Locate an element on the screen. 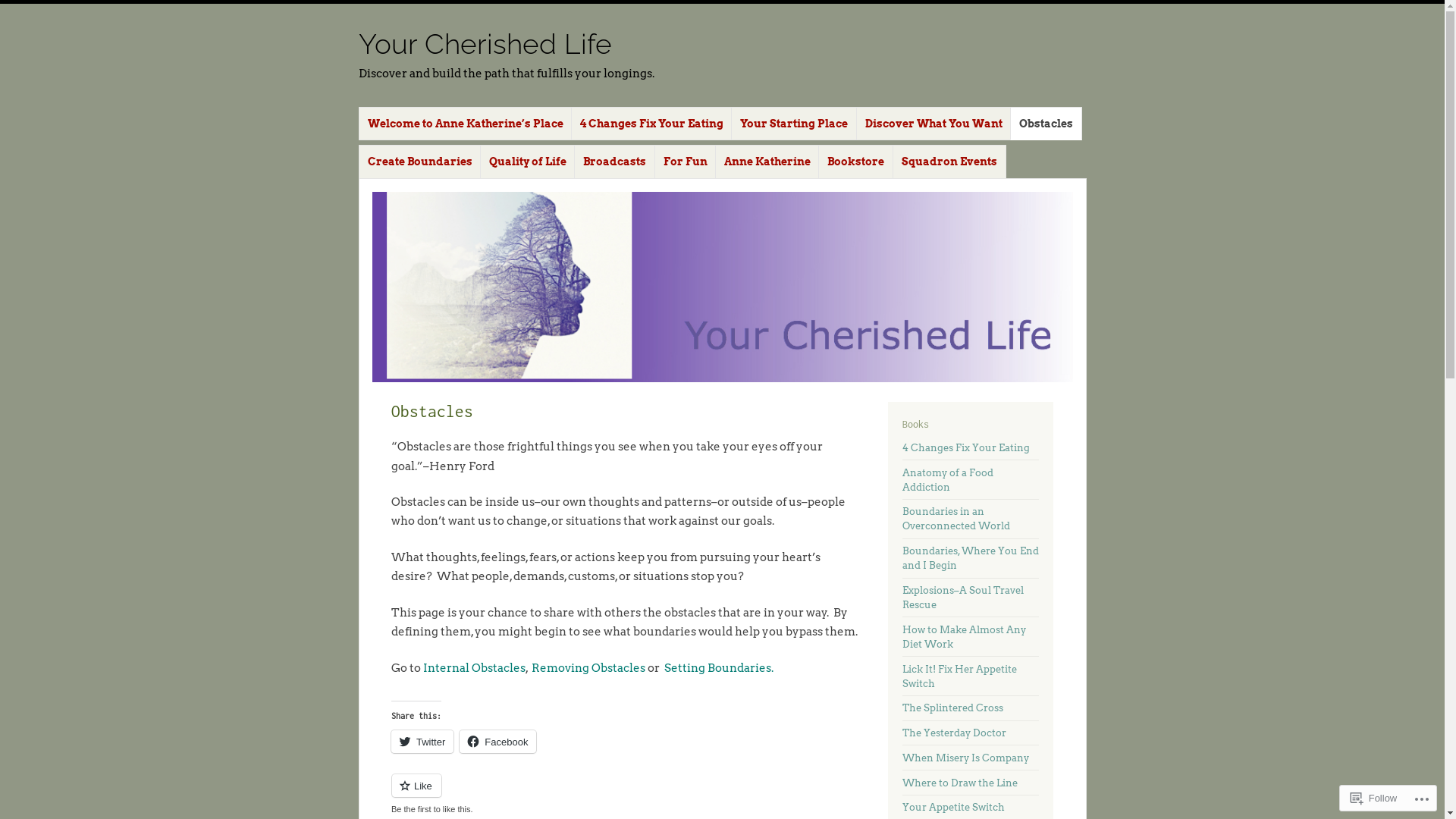  'Anatomy of a Food Addiction' is located at coordinates (946, 479).